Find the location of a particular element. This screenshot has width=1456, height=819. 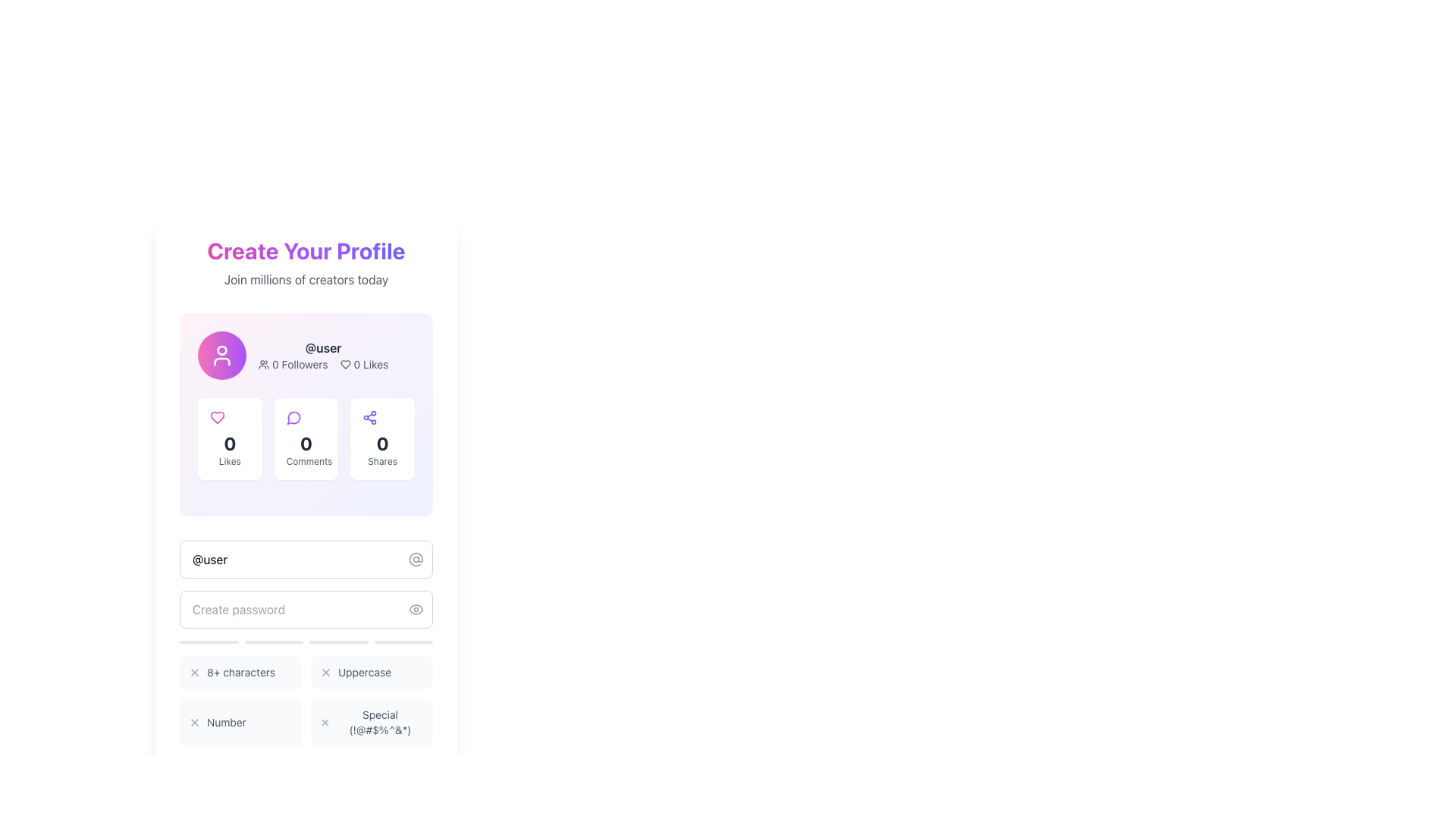

the circular purple speech bubble icon representing comments, located above the '0 Comments' label and to the right of the 'Likes' section is located at coordinates (293, 418).